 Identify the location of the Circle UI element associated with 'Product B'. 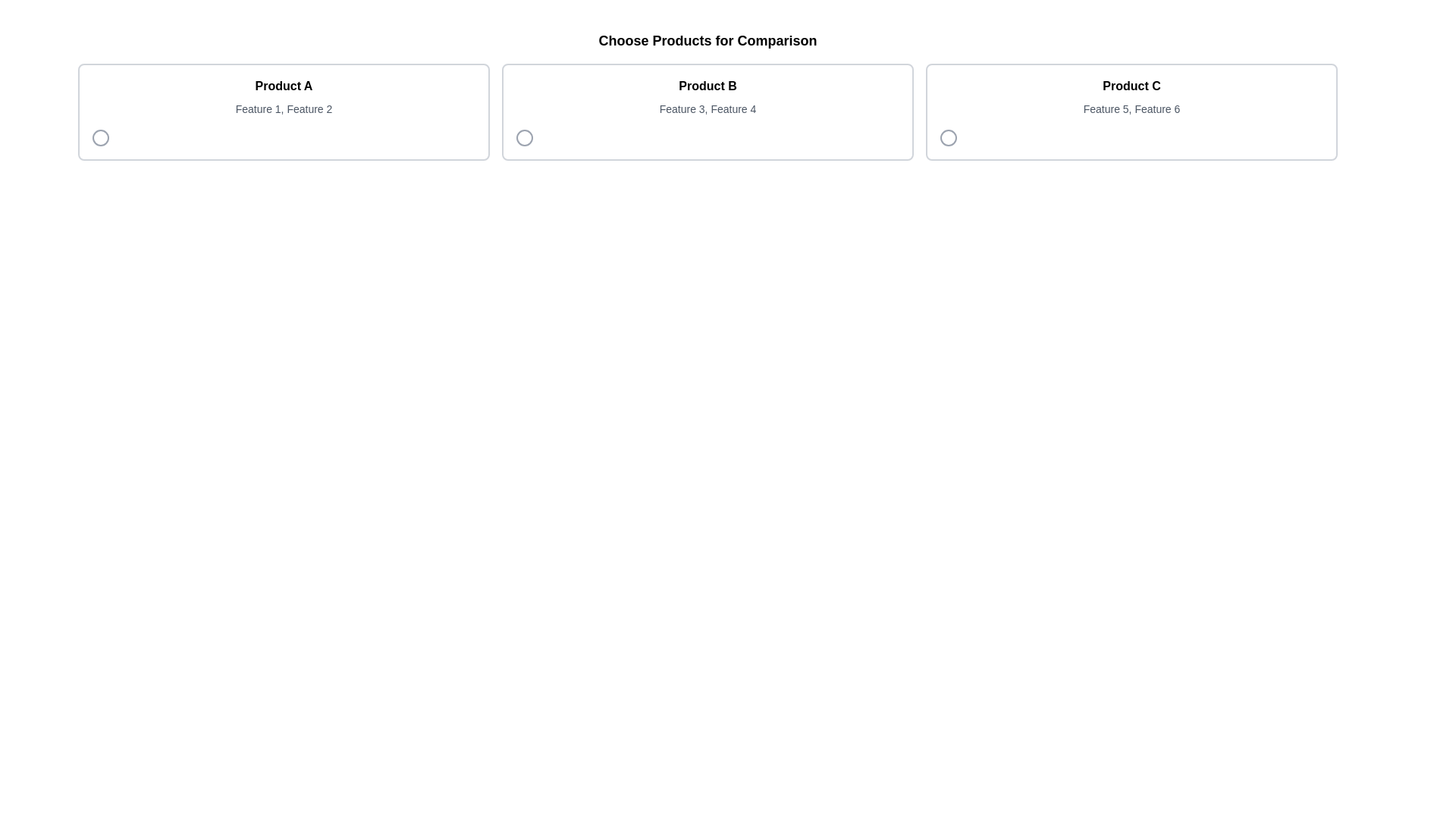
(524, 137).